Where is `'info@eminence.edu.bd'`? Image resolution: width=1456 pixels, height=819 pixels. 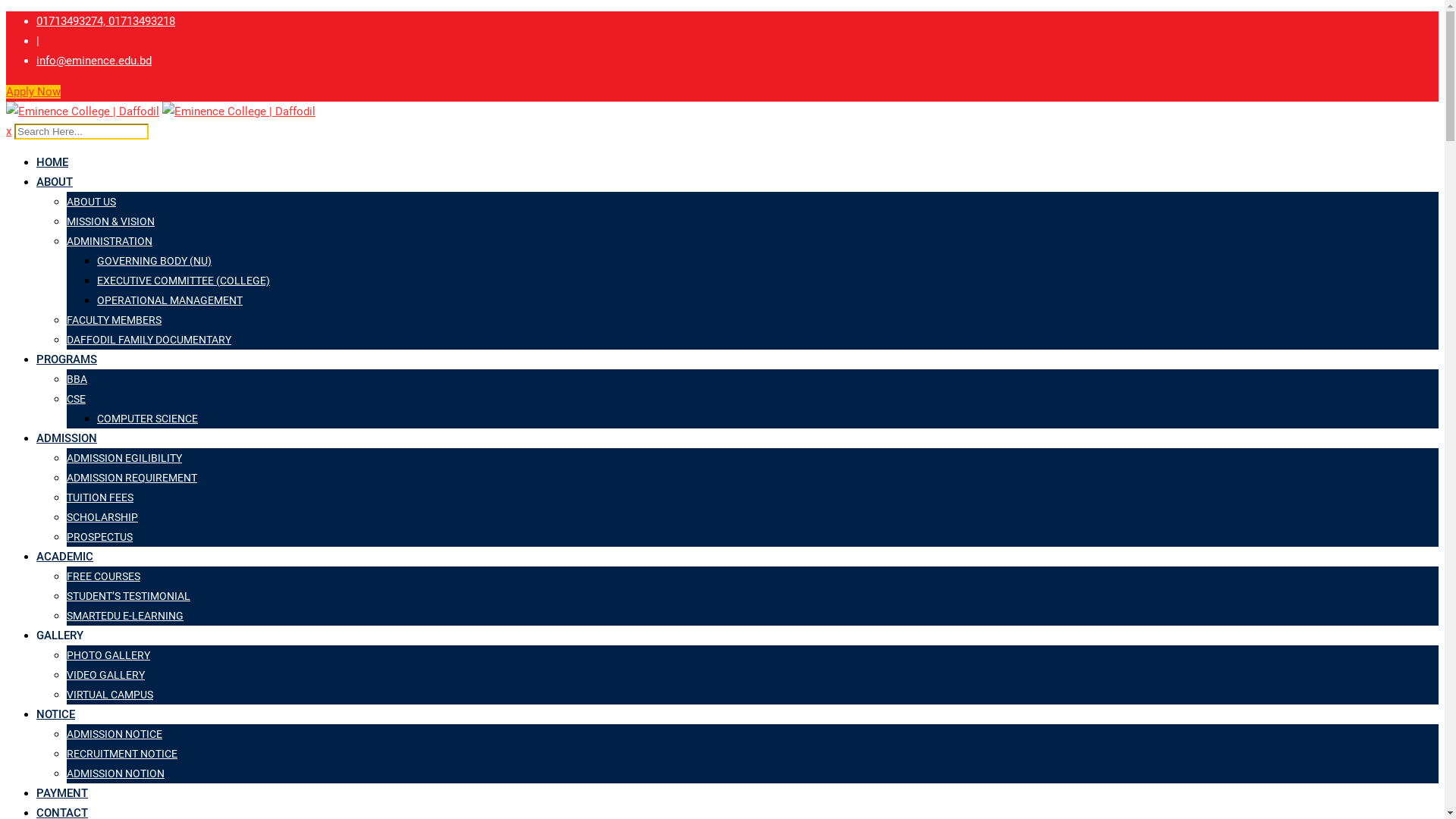 'info@eminence.edu.bd' is located at coordinates (93, 60).